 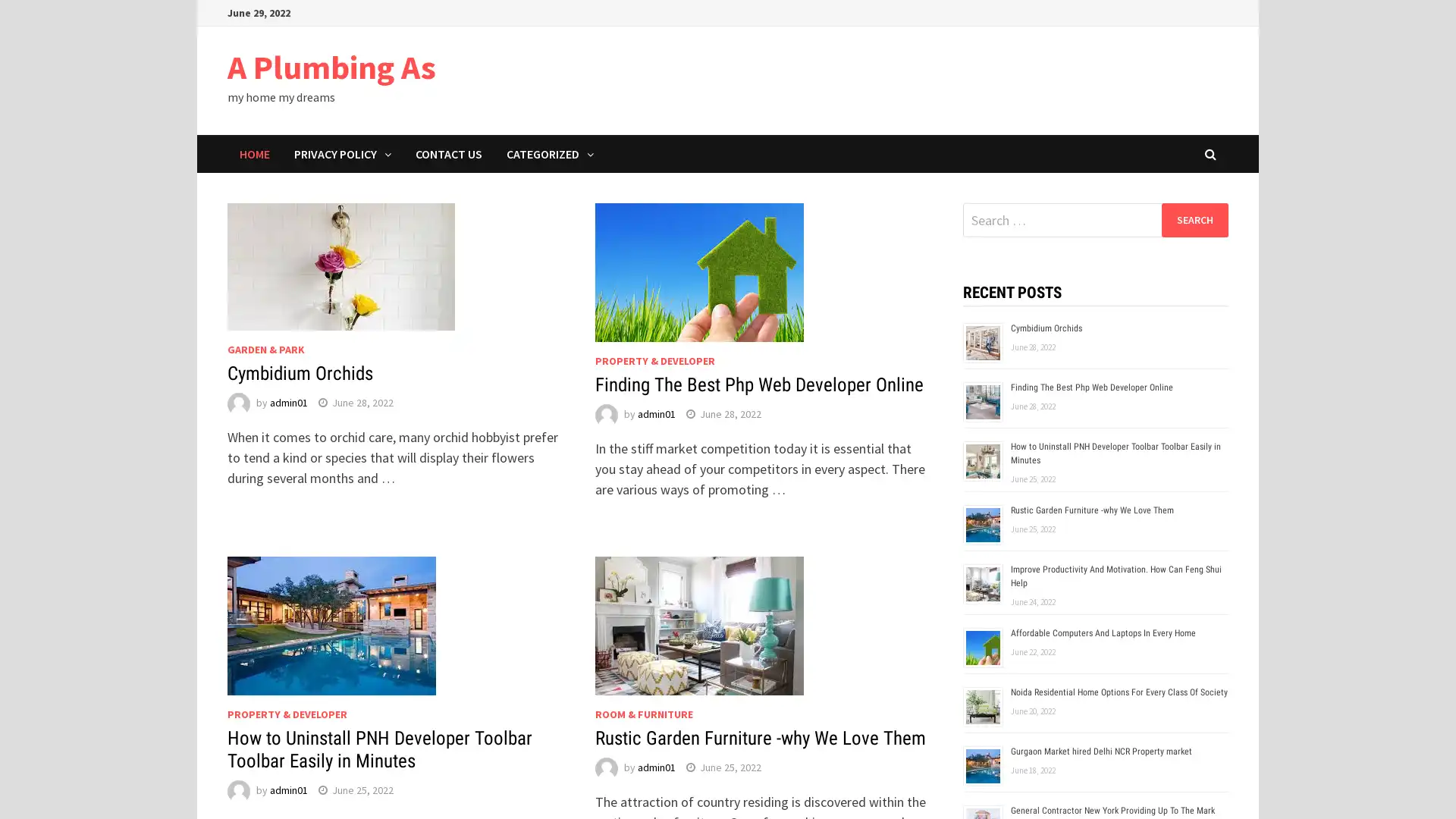 What do you see at coordinates (1194, 219) in the screenshot?
I see `Search` at bounding box center [1194, 219].